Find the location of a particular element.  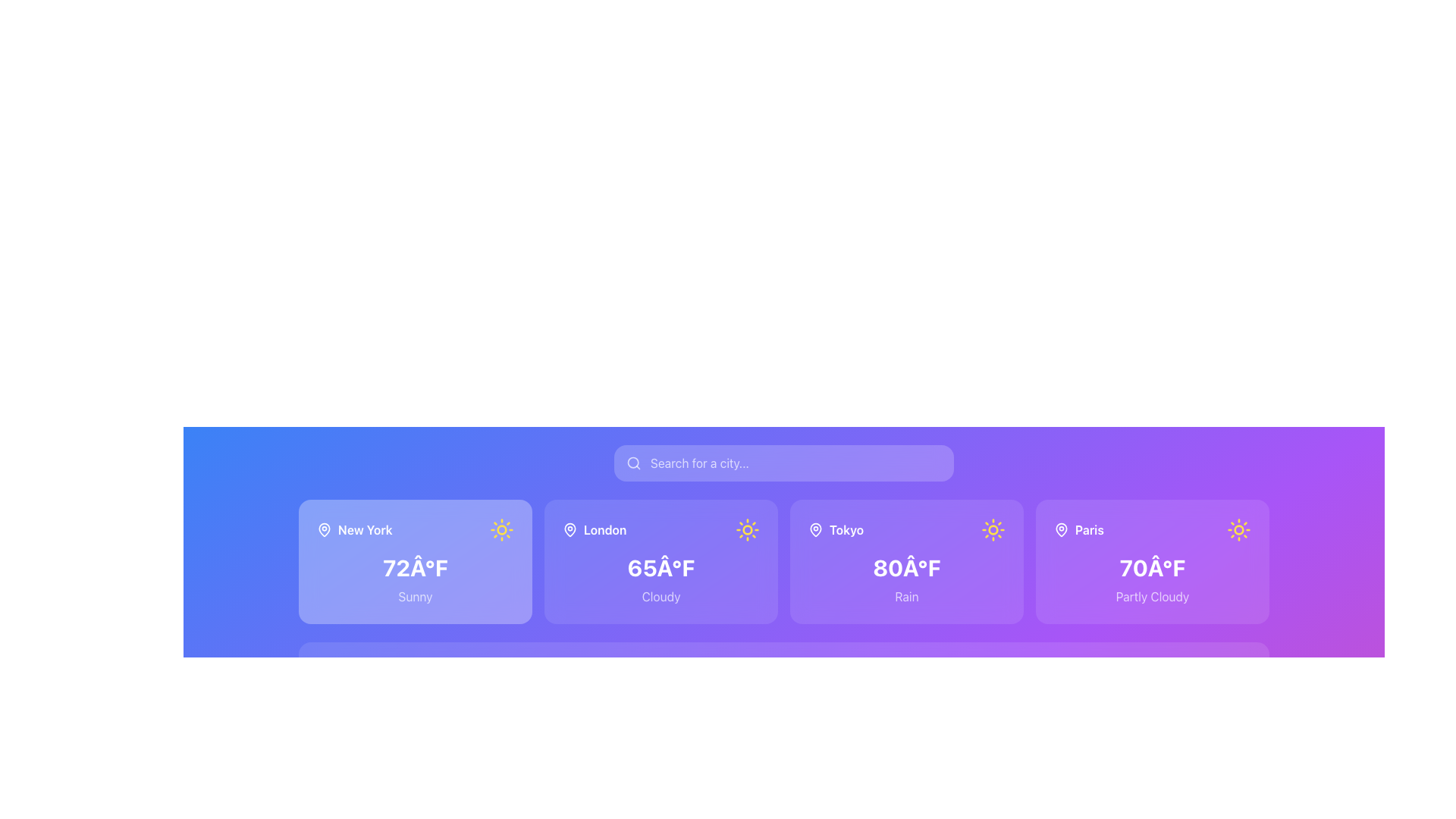

the map pin icon representing weather information for 'London', located to the left of the text 'London' in the second weather card is located at coordinates (570, 529).